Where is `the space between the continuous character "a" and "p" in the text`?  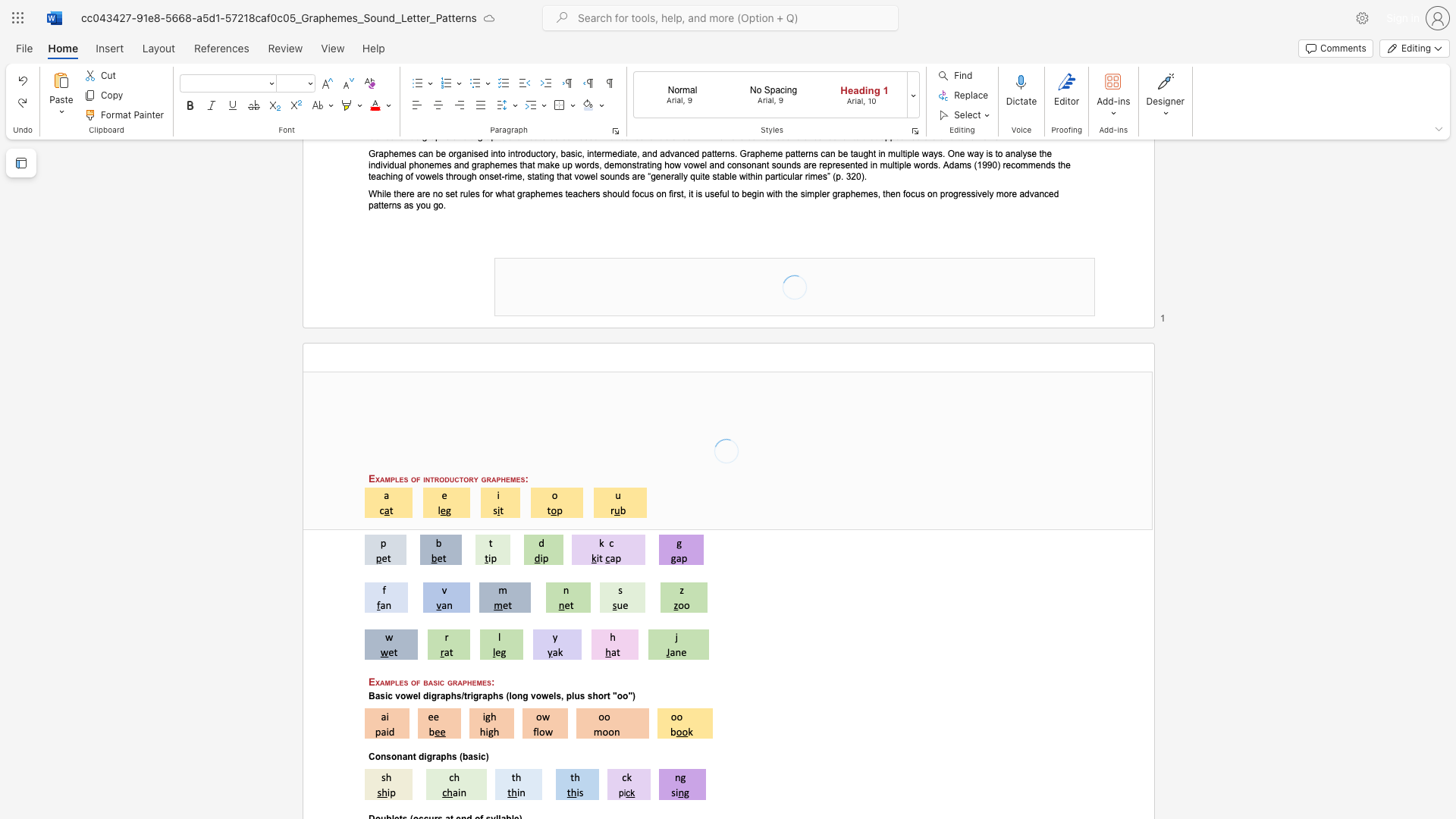
the space between the continuous character "a" and "p" in the text is located at coordinates (461, 681).